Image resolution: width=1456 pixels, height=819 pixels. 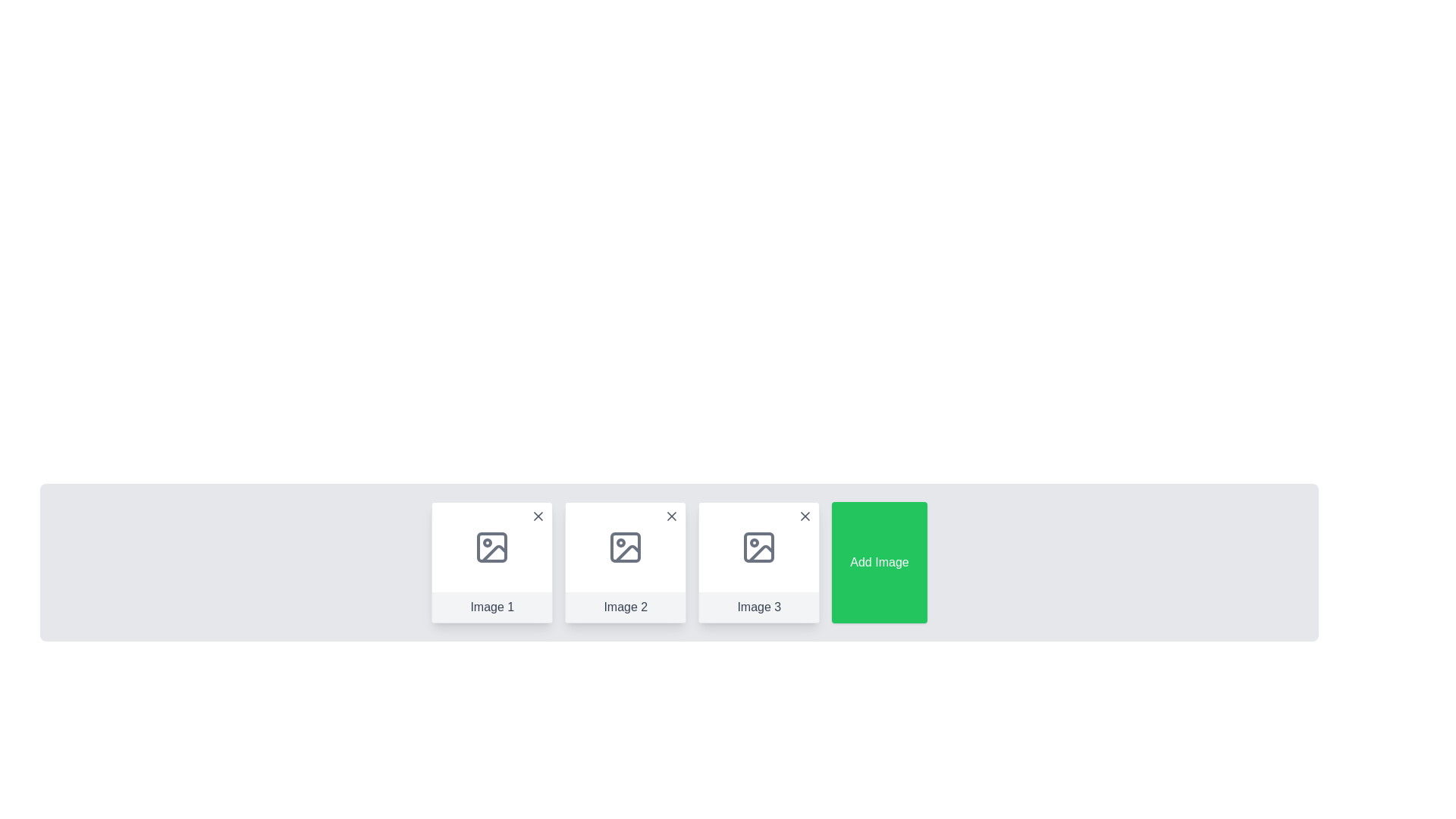 I want to click on the small rectangular block with rounded corners located centrally within the first card labeled 'Image 1', which has a light gray shade, so click(x=492, y=547).